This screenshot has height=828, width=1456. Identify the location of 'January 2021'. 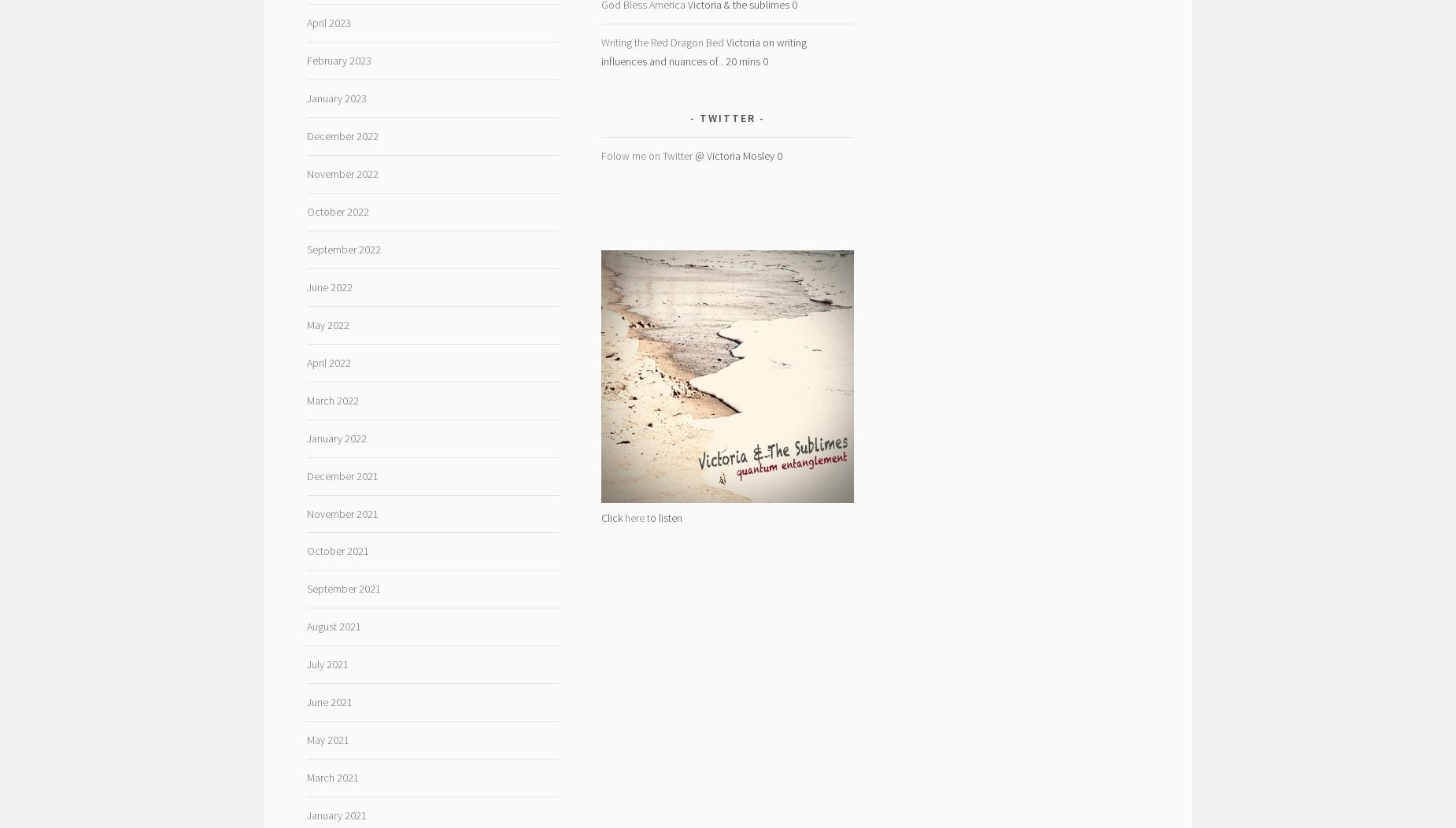
(305, 815).